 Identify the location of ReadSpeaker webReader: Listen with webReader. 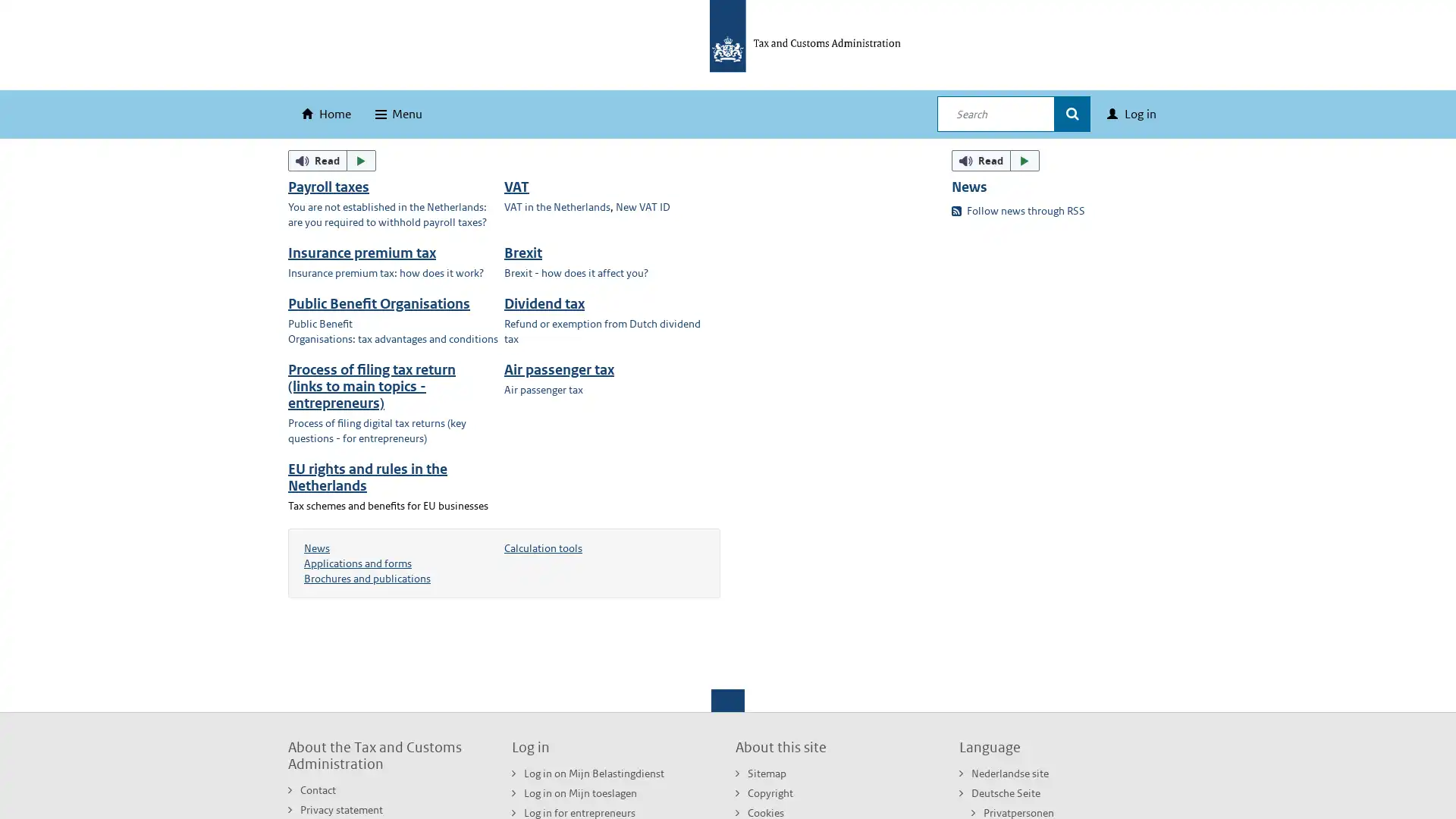
(331, 161).